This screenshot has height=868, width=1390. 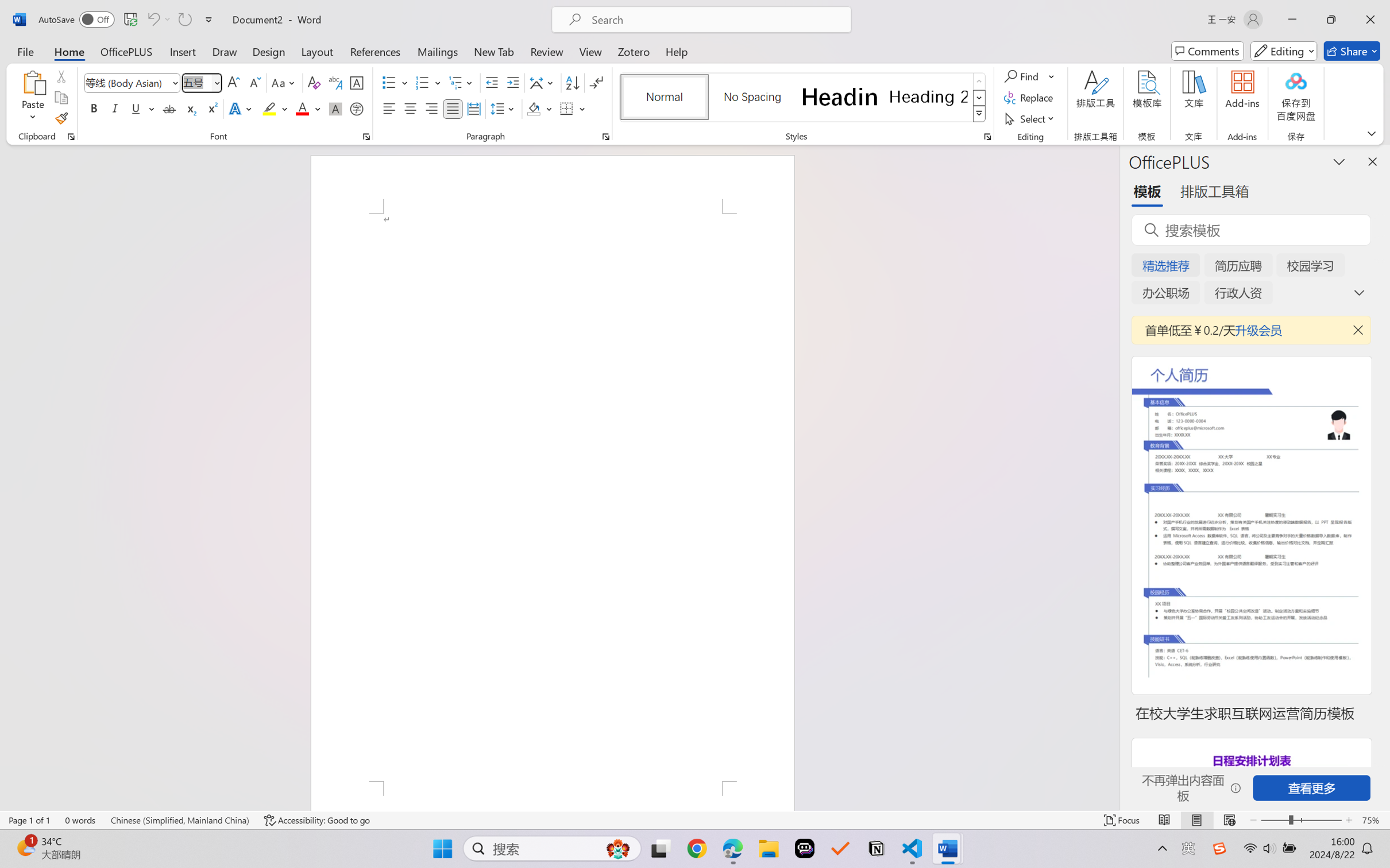 What do you see at coordinates (60, 119) in the screenshot?
I see `'Format Painter'` at bounding box center [60, 119].